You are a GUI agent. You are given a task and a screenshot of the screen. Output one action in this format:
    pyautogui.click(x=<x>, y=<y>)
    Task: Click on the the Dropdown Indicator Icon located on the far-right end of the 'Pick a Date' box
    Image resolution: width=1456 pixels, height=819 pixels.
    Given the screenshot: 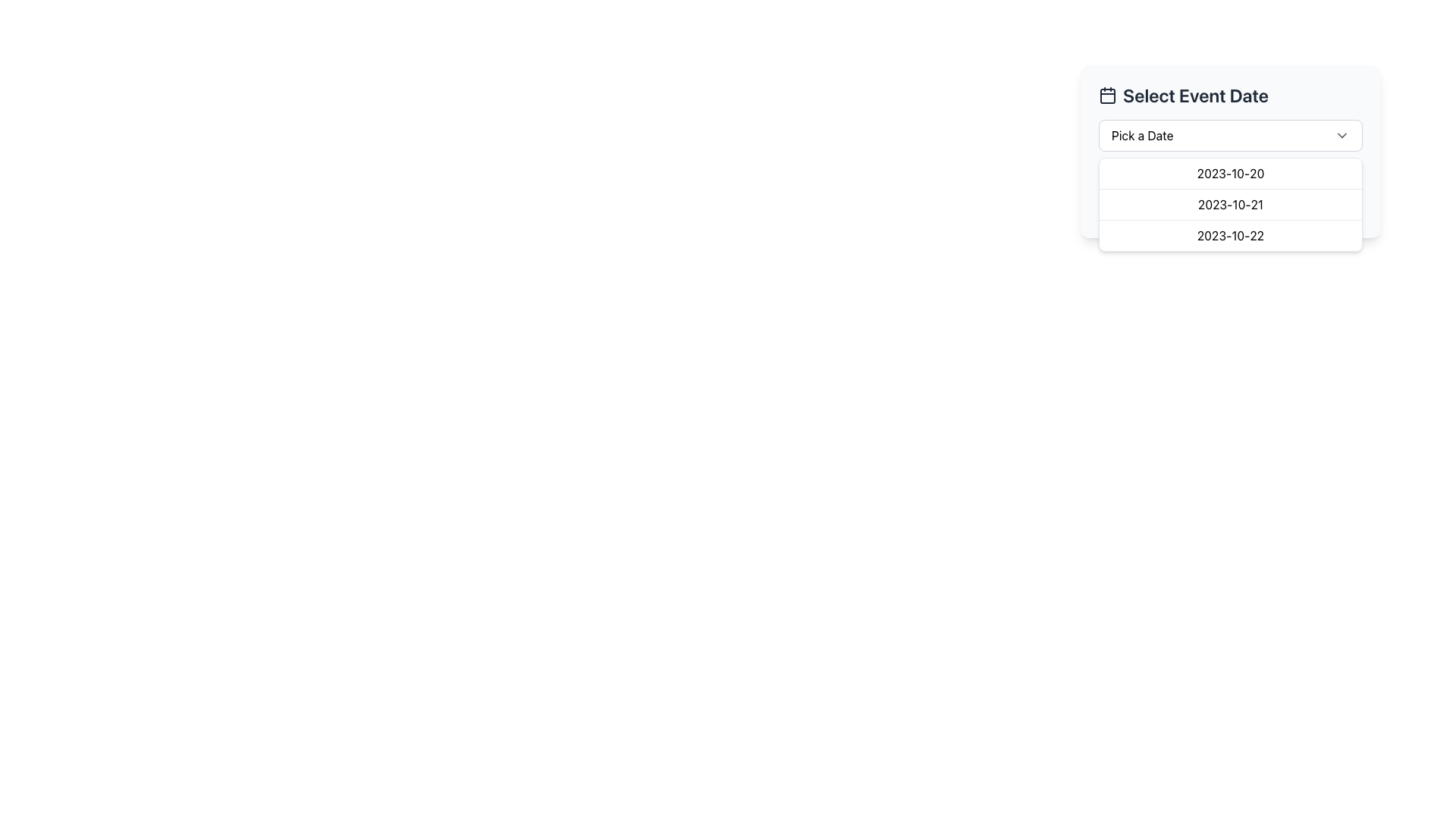 What is the action you would take?
    pyautogui.click(x=1342, y=134)
    